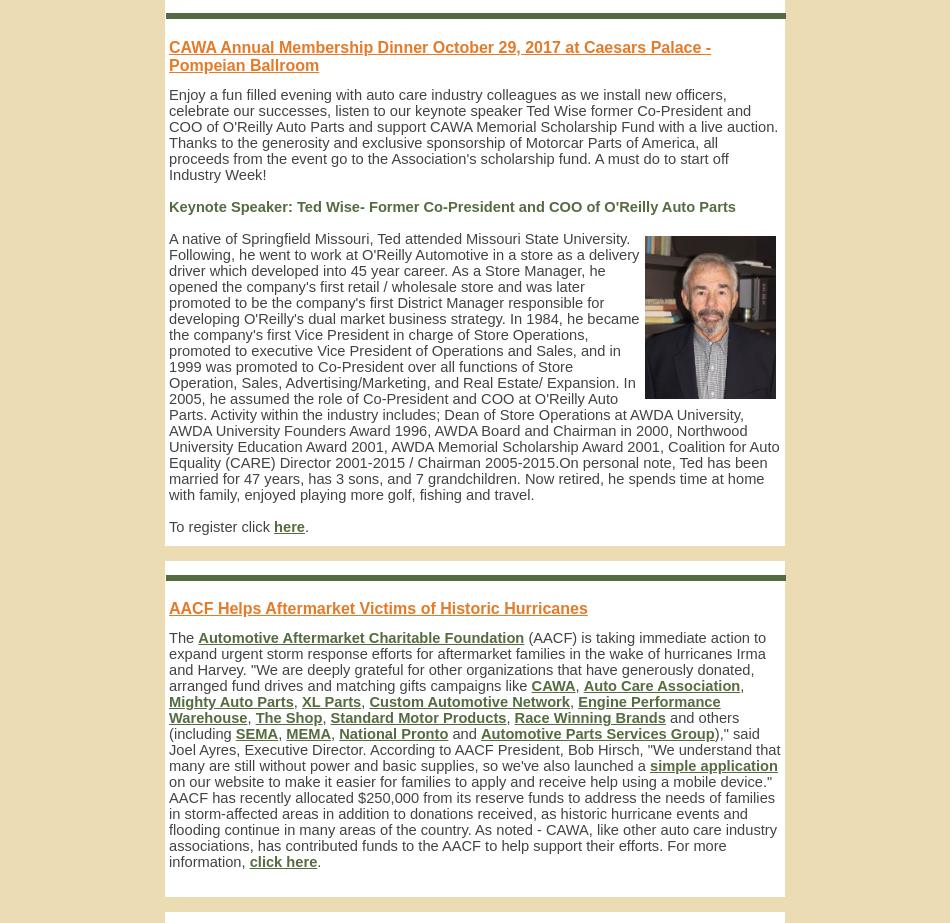 The width and height of the screenshot is (950, 923). What do you see at coordinates (392, 732) in the screenshot?
I see `'National Pronto'` at bounding box center [392, 732].